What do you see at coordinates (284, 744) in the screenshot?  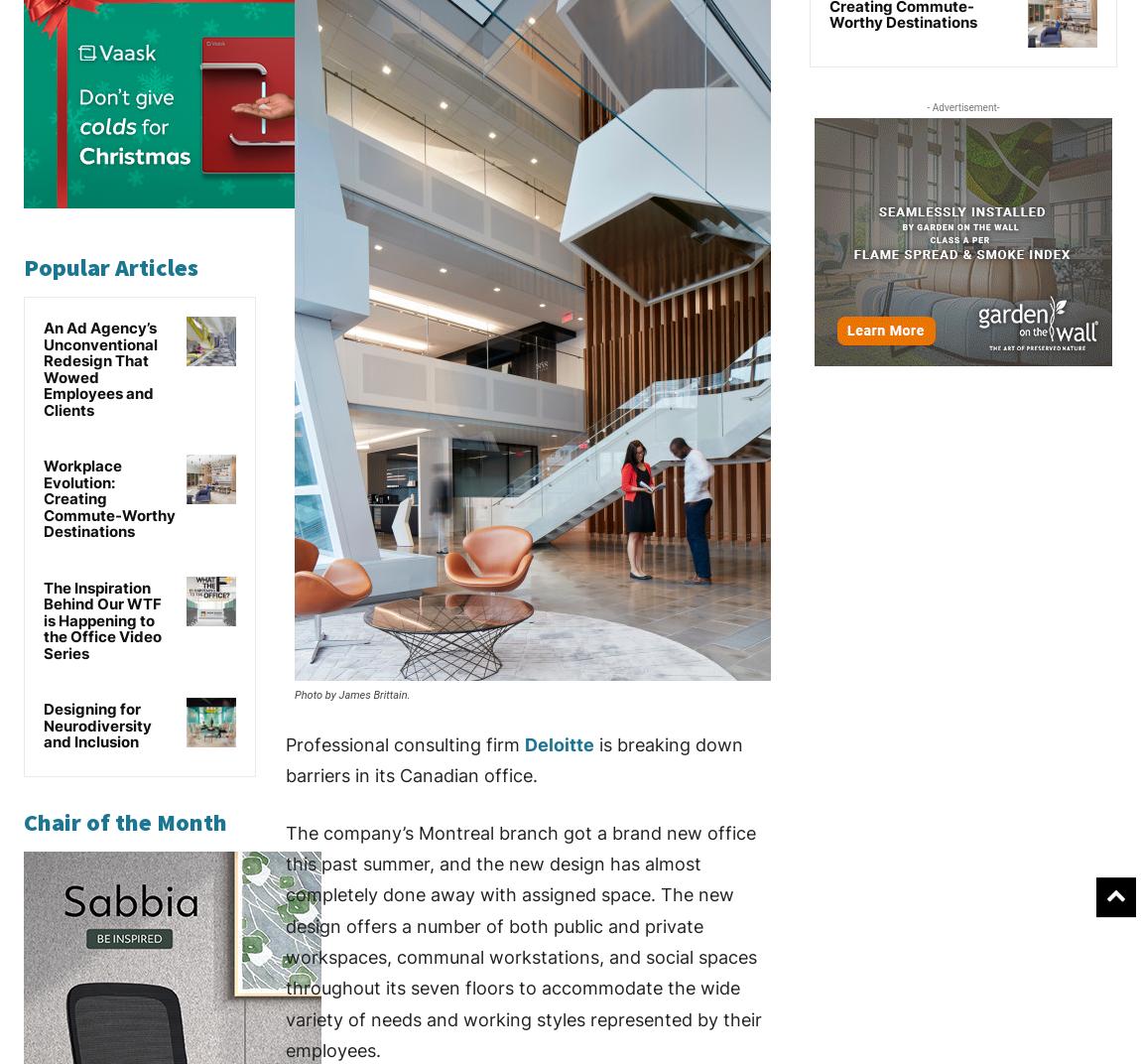 I see `'Professional consulting firm'` at bounding box center [284, 744].